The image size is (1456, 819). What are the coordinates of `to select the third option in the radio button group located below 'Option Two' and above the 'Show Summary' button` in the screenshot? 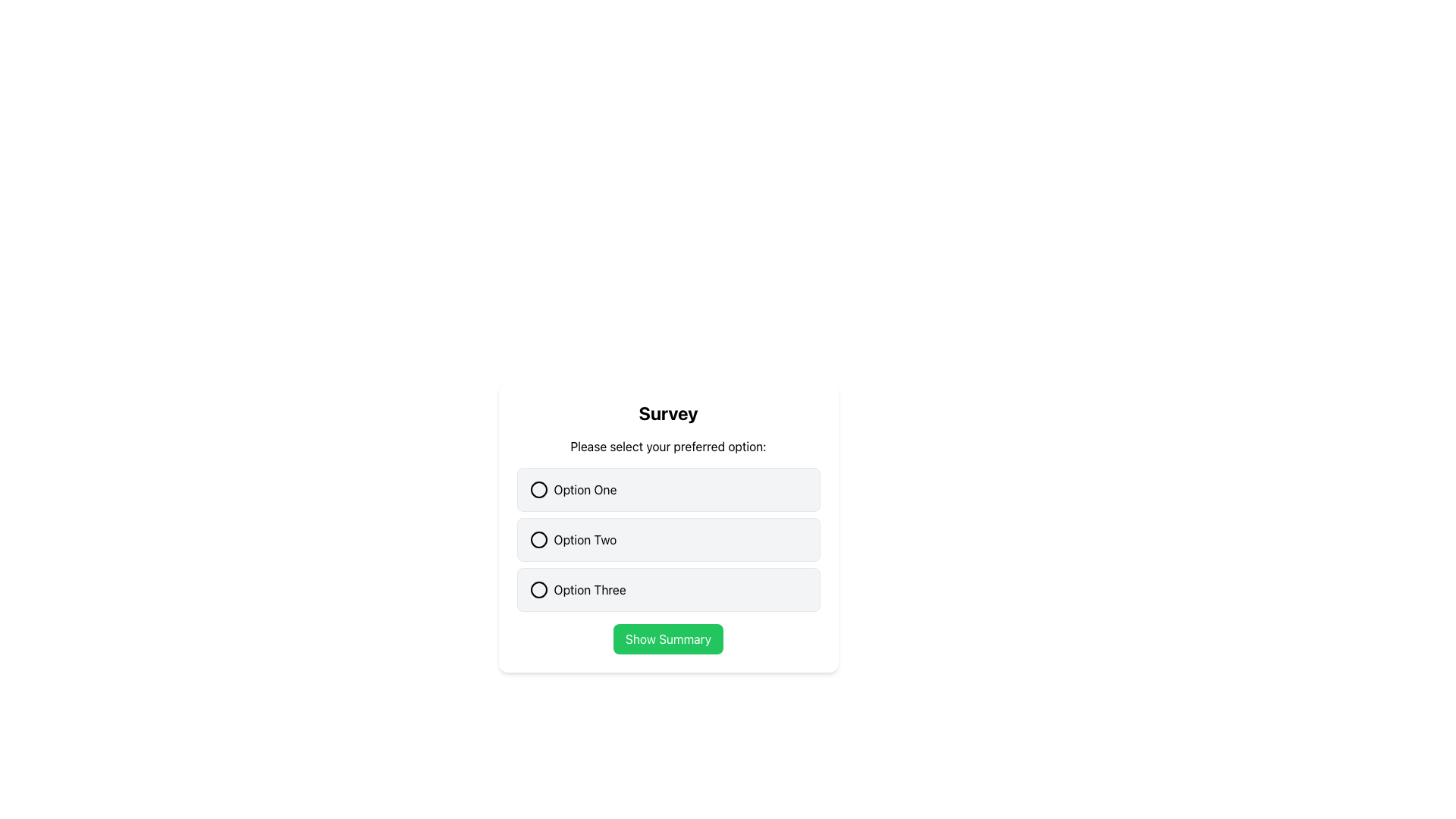 It's located at (667, 589).